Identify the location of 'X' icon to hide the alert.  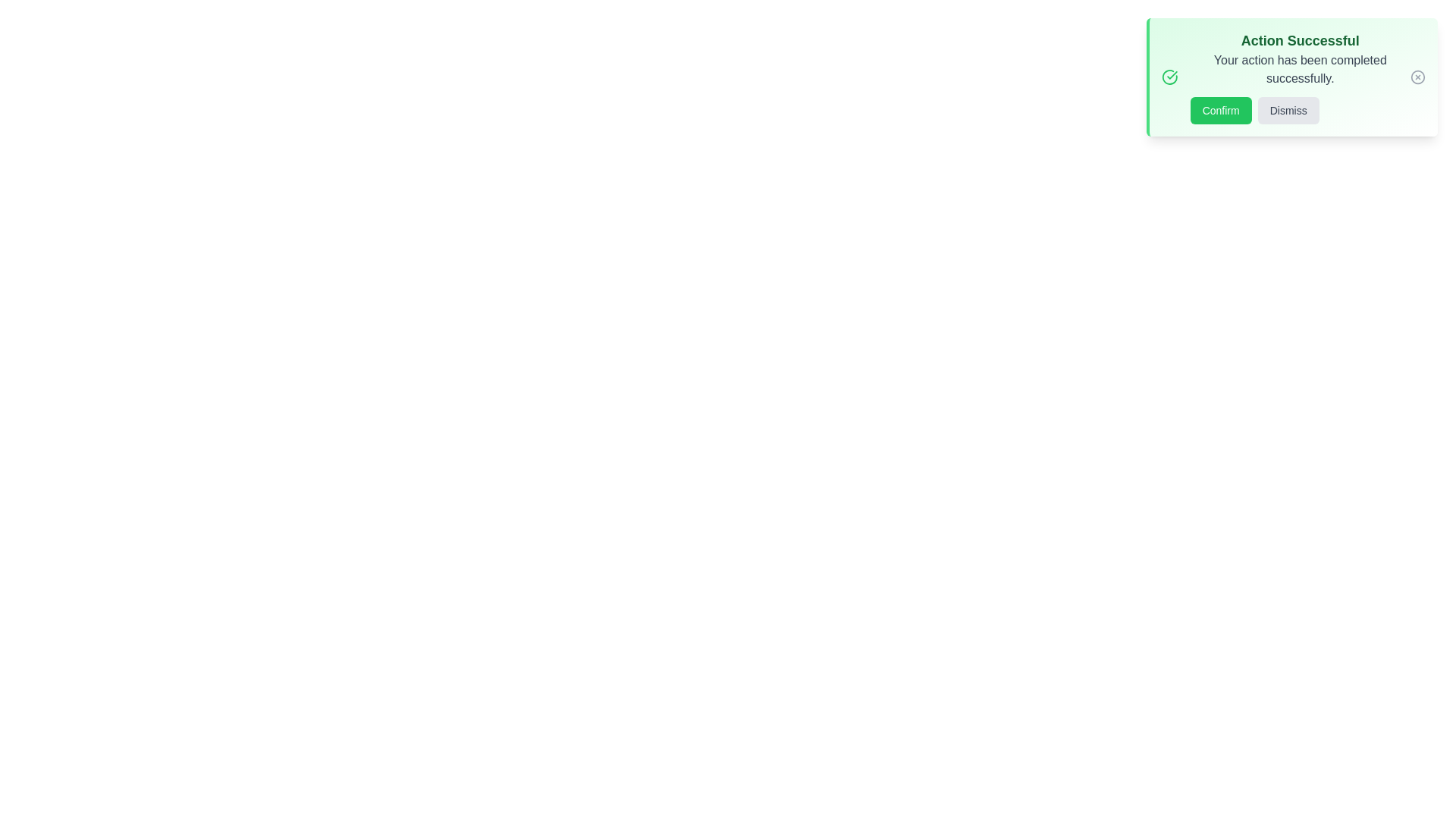
(1417, 77).